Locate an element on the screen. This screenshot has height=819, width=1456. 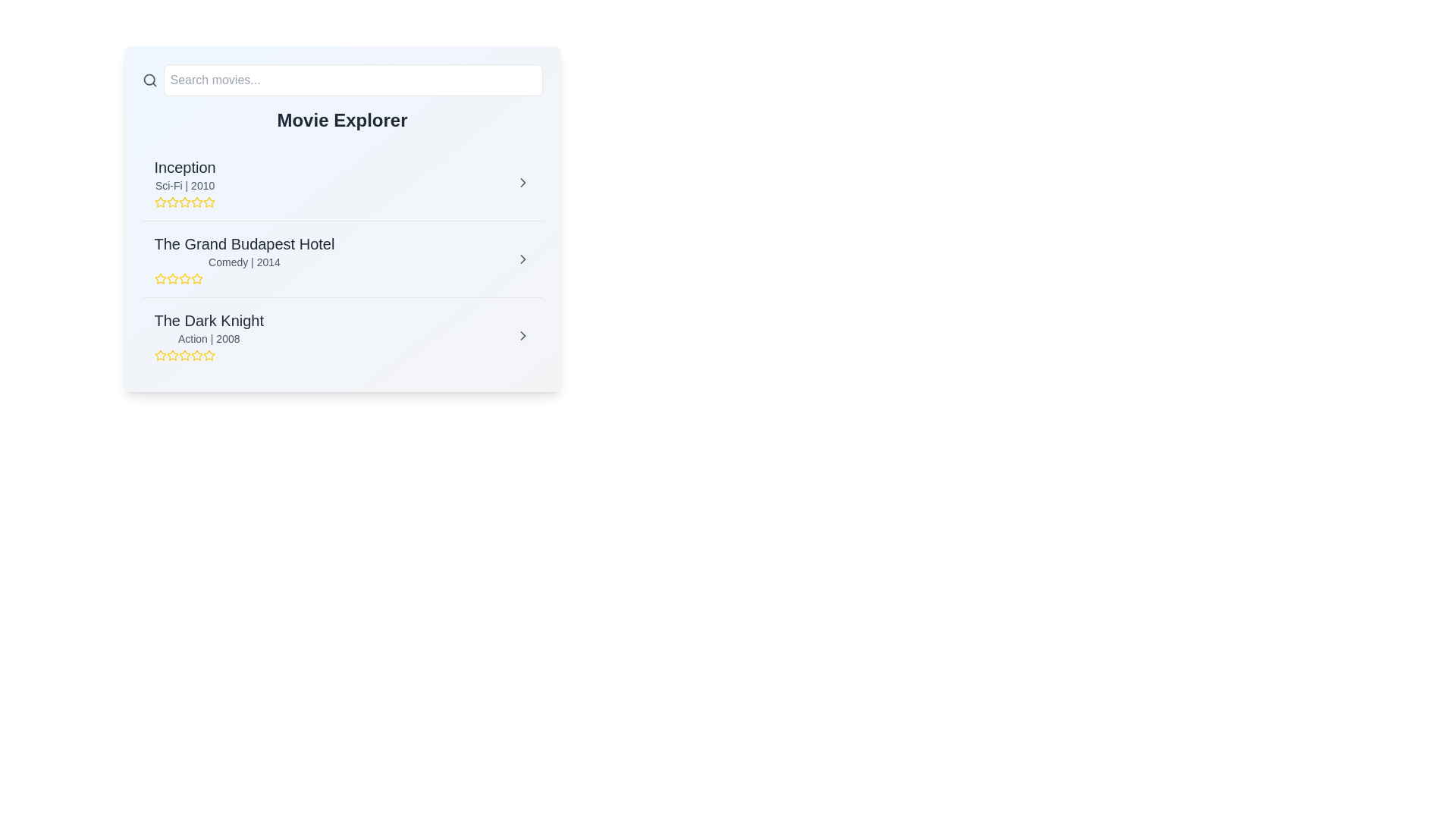
the movie titled The Dark Knight from the list is located at coordinates (522, 335).